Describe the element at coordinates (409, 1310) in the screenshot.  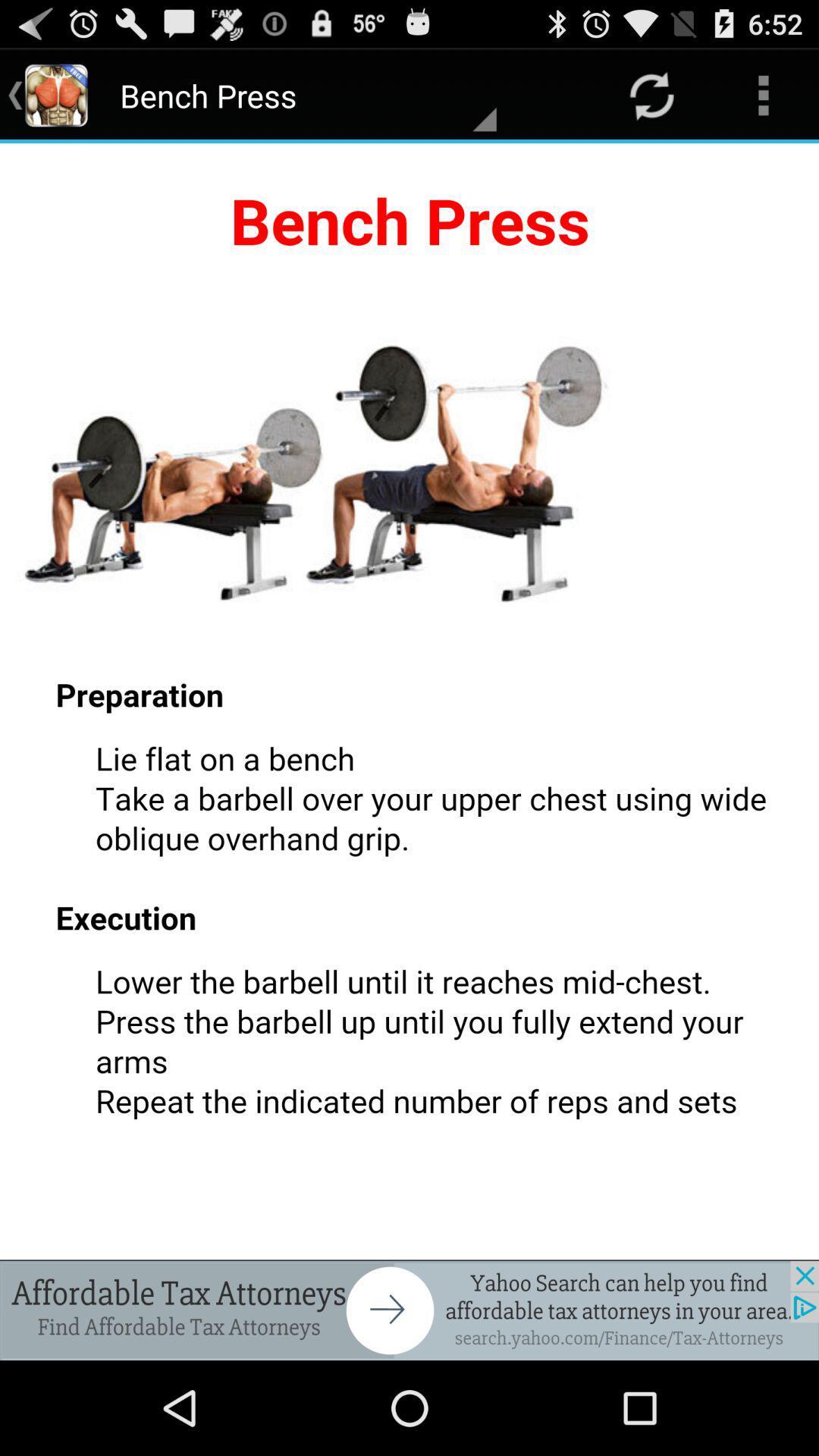
I see `advertisement` at that location.